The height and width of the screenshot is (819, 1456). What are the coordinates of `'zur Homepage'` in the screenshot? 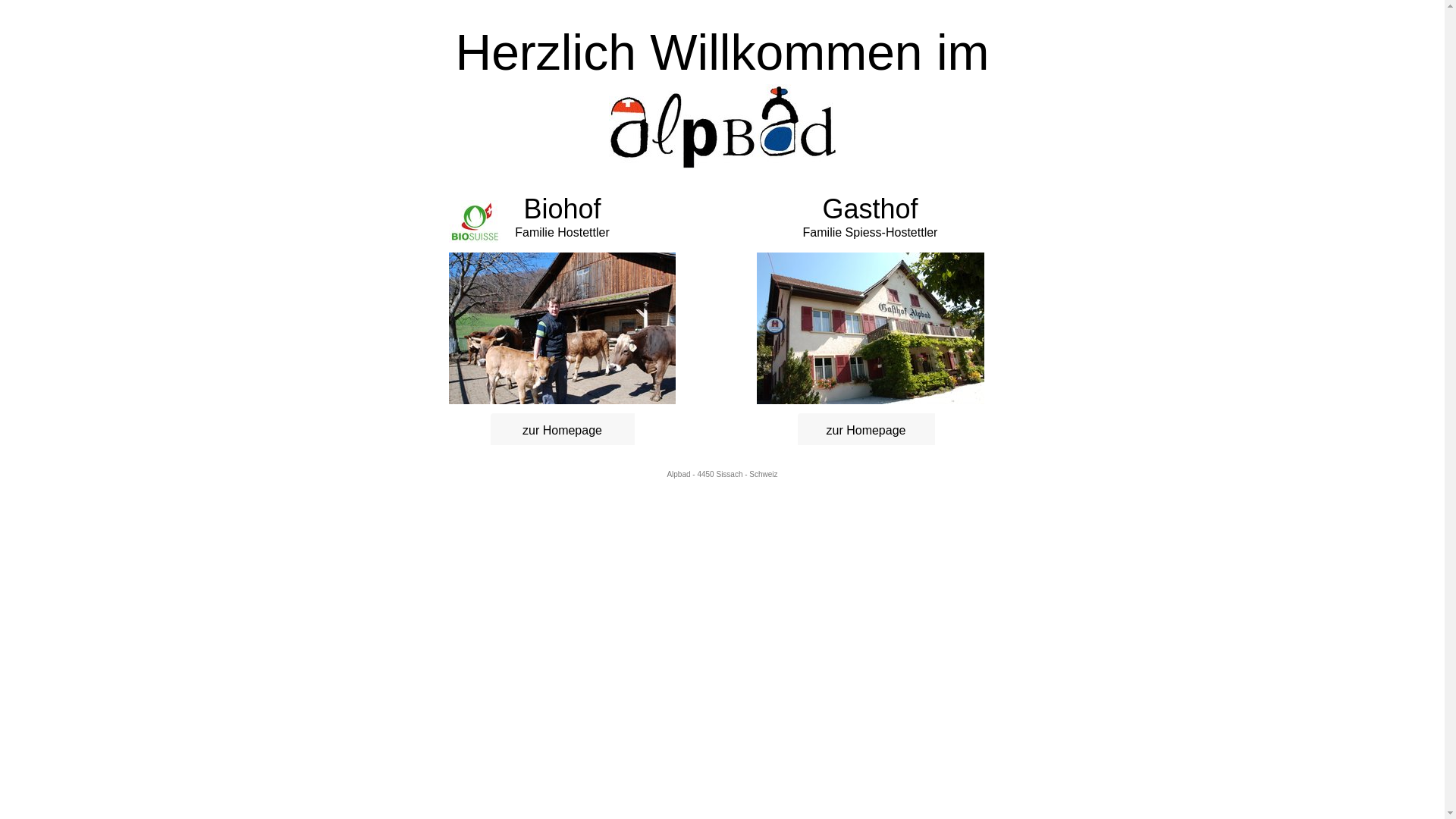 It's located at (497, 430).